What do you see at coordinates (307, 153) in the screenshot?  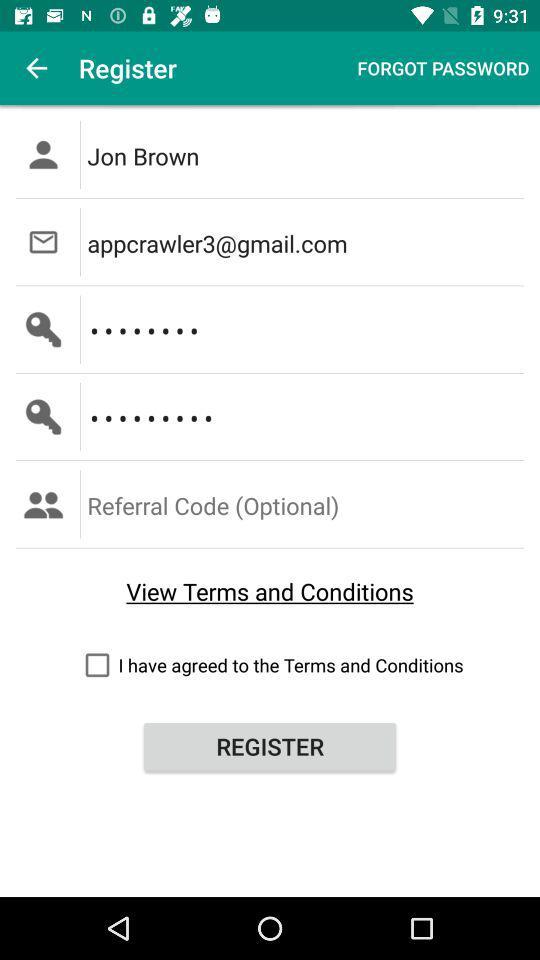 I see `the jon brown` at bounding box center [307, 153].